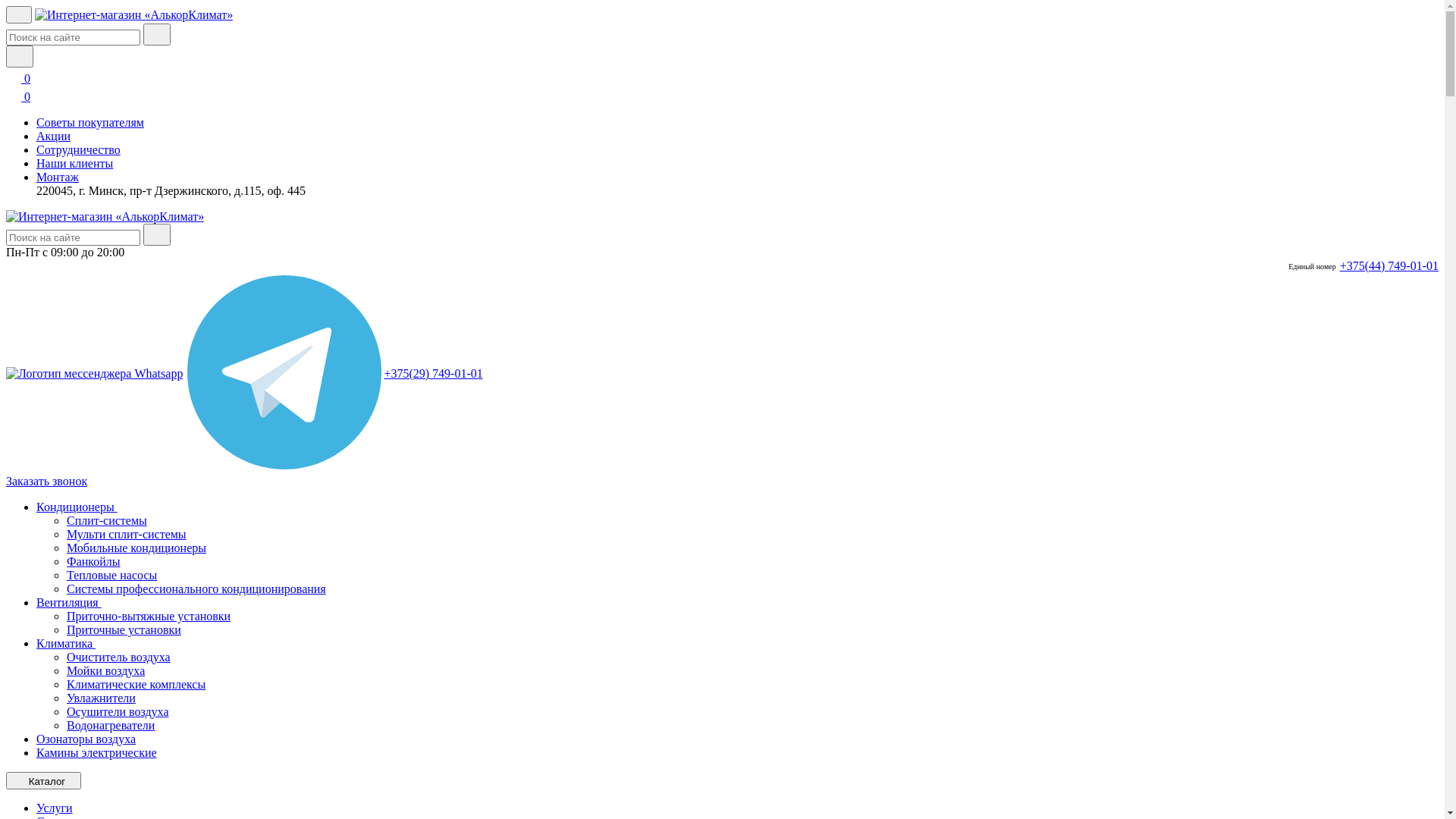 This screenshot has height=819, width=1456. Describe the element at coordinates (1389, 265) in the screenshot. I see `'+375(44) 749-01-01'` at that location.